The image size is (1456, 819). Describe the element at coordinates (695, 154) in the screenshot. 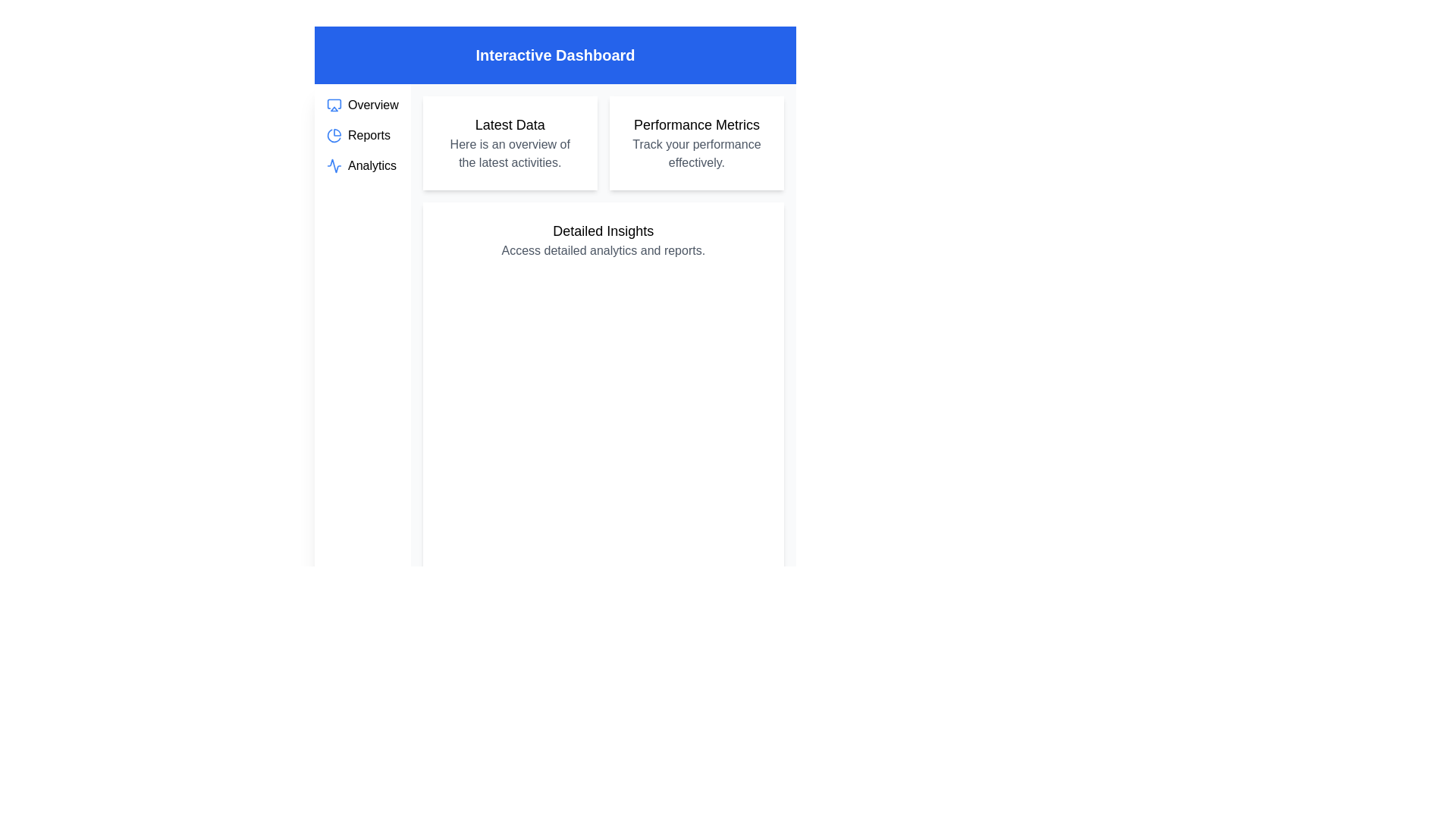

I see `the descriptive text element located under 'Performance Metrics' in the upper right section of the dashboard interface` at that location.